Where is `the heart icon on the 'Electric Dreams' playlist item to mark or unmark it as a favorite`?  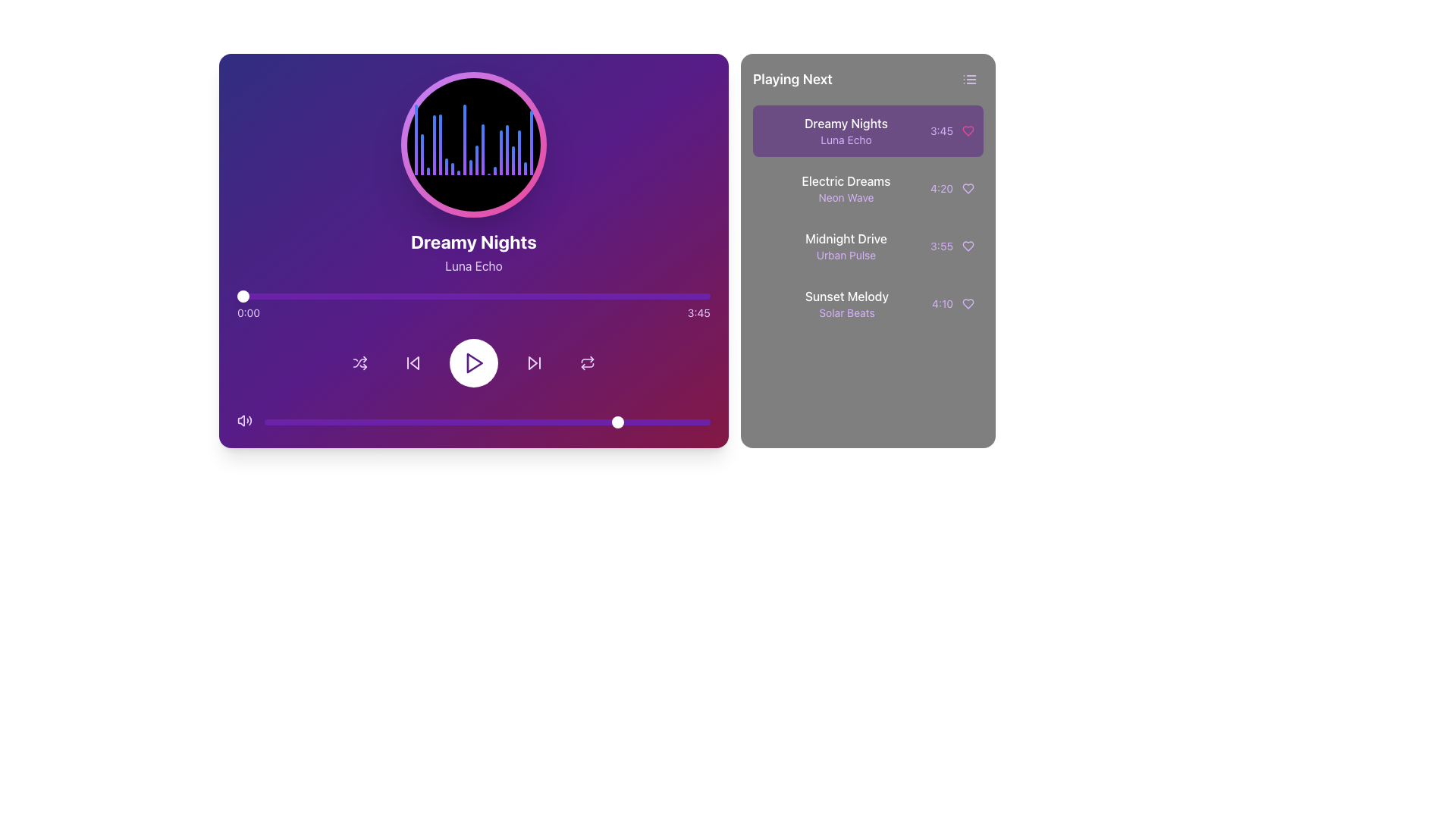
the heart icon on the 'Electric Dreams' playlist item to mark or unmark it as a favorite is located at coordinates (868, 188).